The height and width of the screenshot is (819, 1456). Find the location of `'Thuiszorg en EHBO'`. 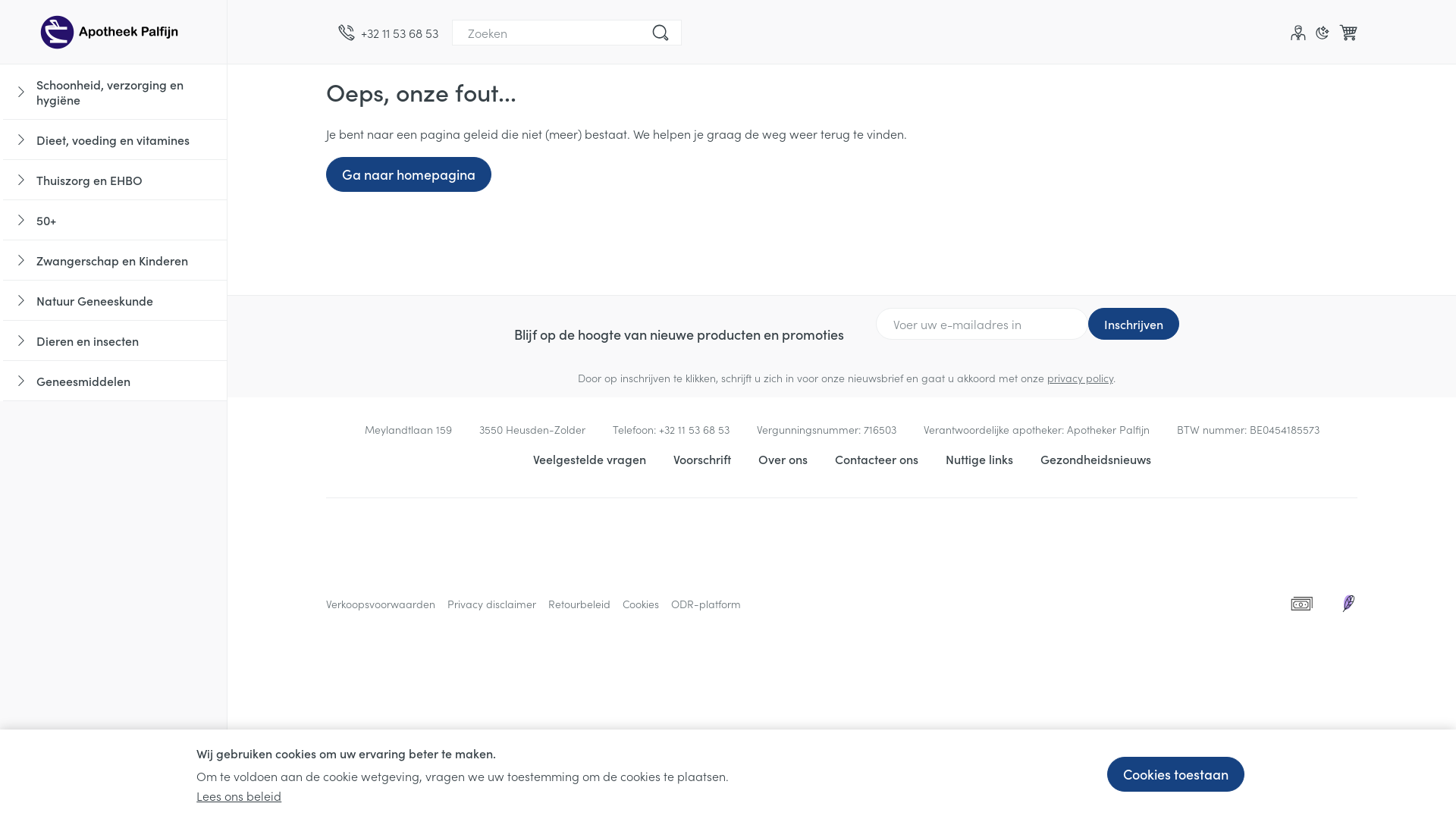

'Thuiszorg en EHBO' is located at coordinates (114, 179).